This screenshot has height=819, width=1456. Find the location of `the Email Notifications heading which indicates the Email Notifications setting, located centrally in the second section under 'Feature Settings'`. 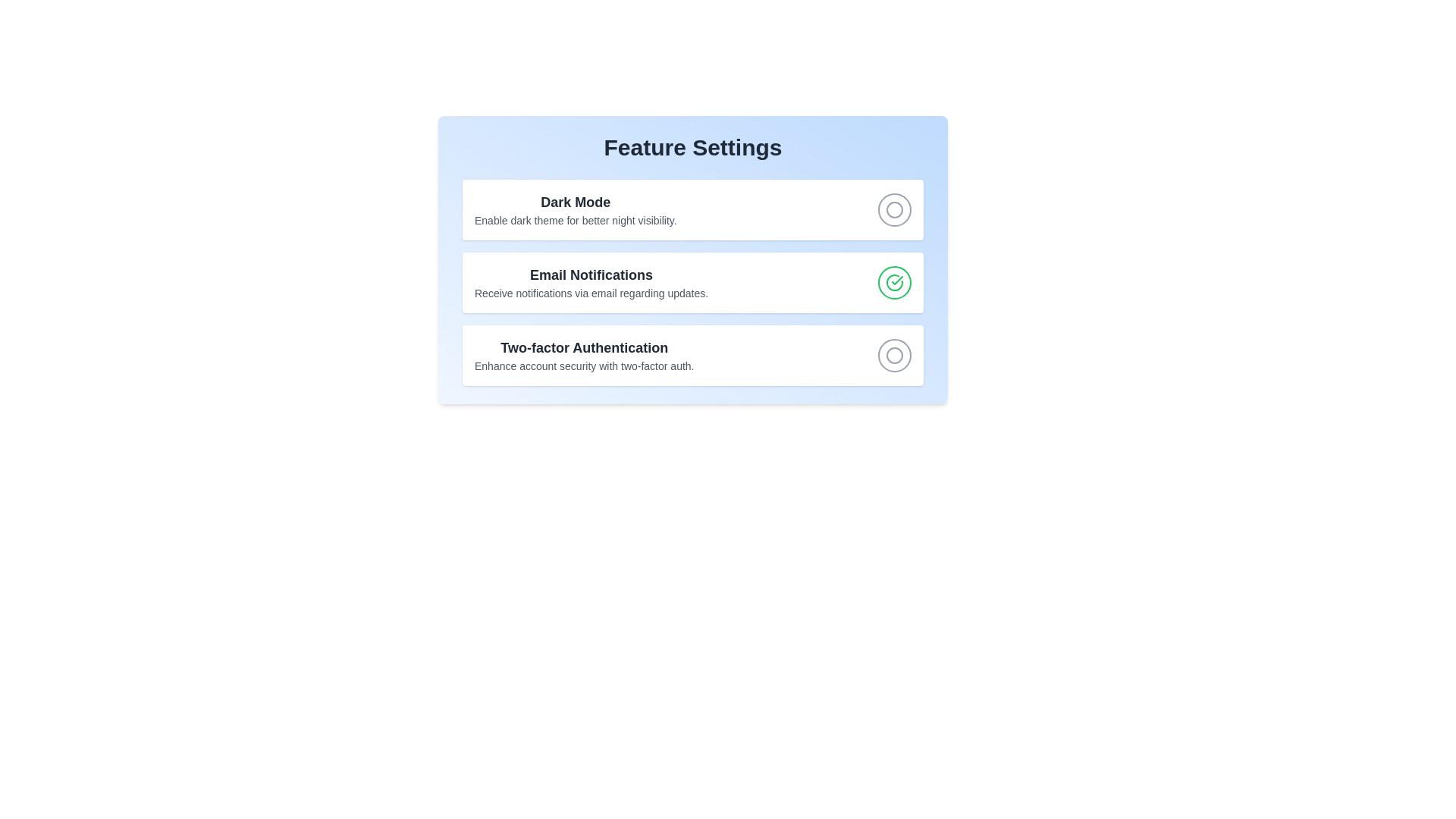

the Email Notifications heading which indicates the Email Notifications setting, located centrally in the second section under 'Feature Settings' is located at coordinates (591, 275).